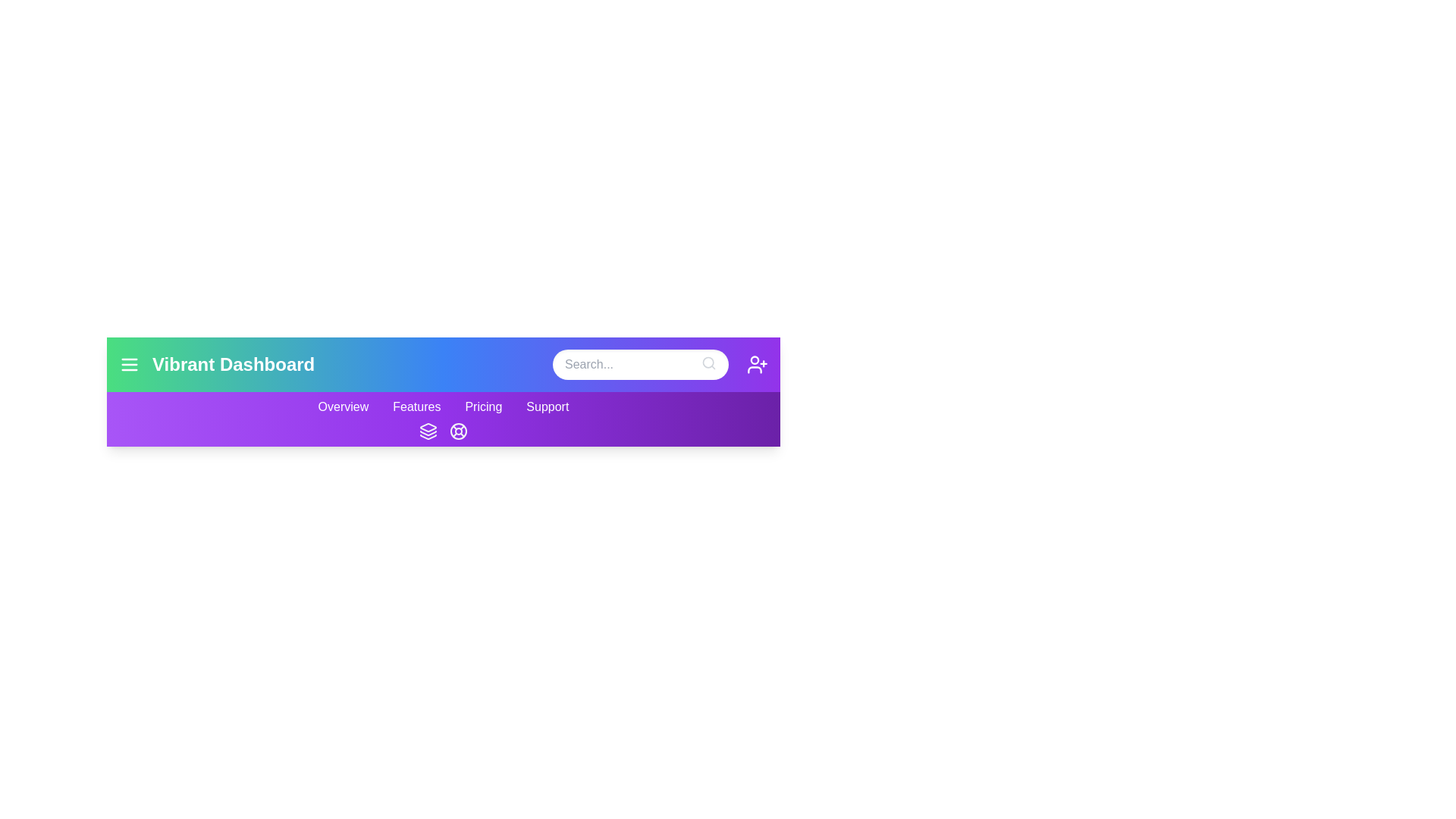  I want to click on the layers icon, so click(428, 431).